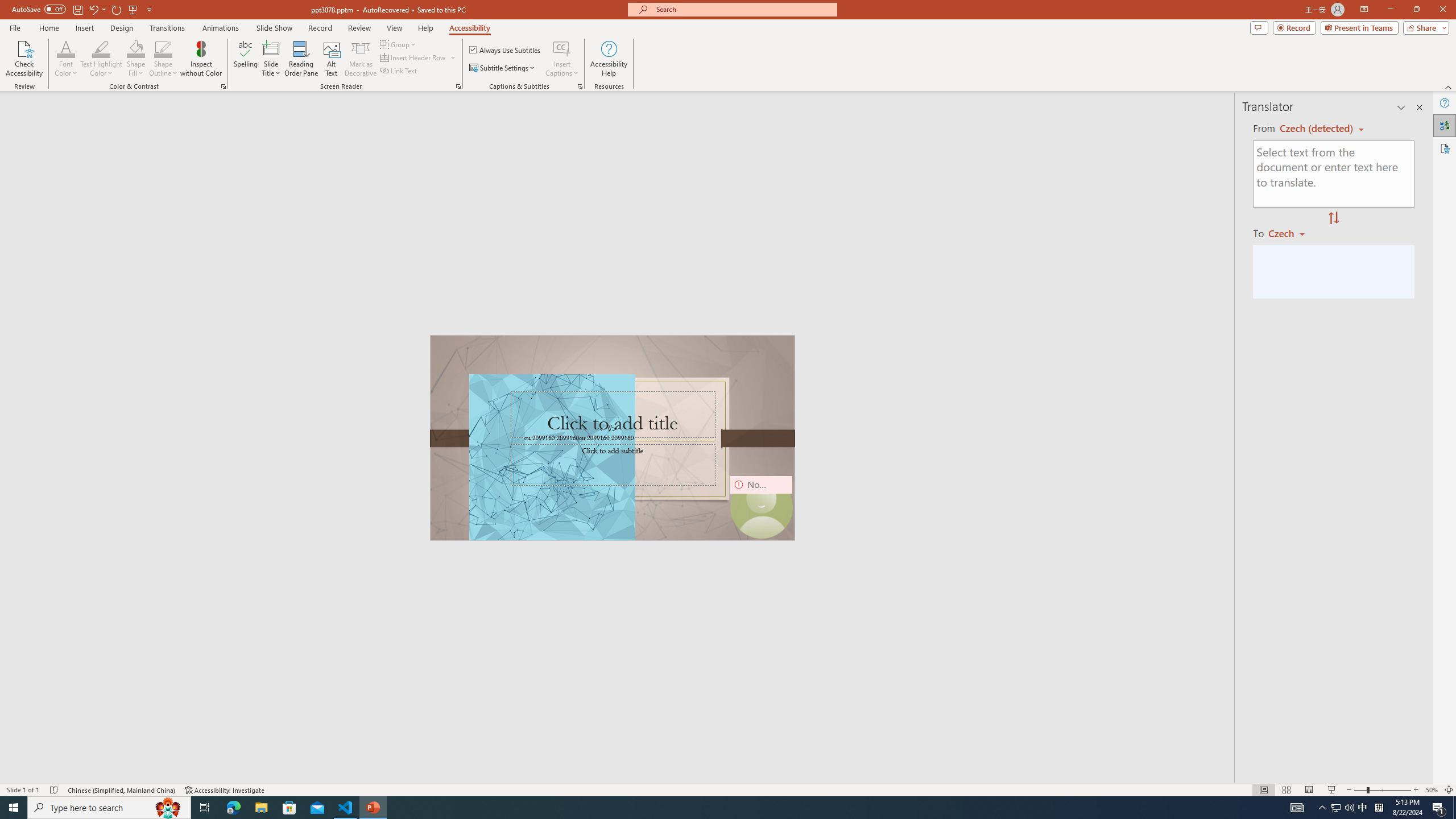  Describe the element at coordinates (608, 429) in the screenshot. I see `'TextBox 7'` at that location.